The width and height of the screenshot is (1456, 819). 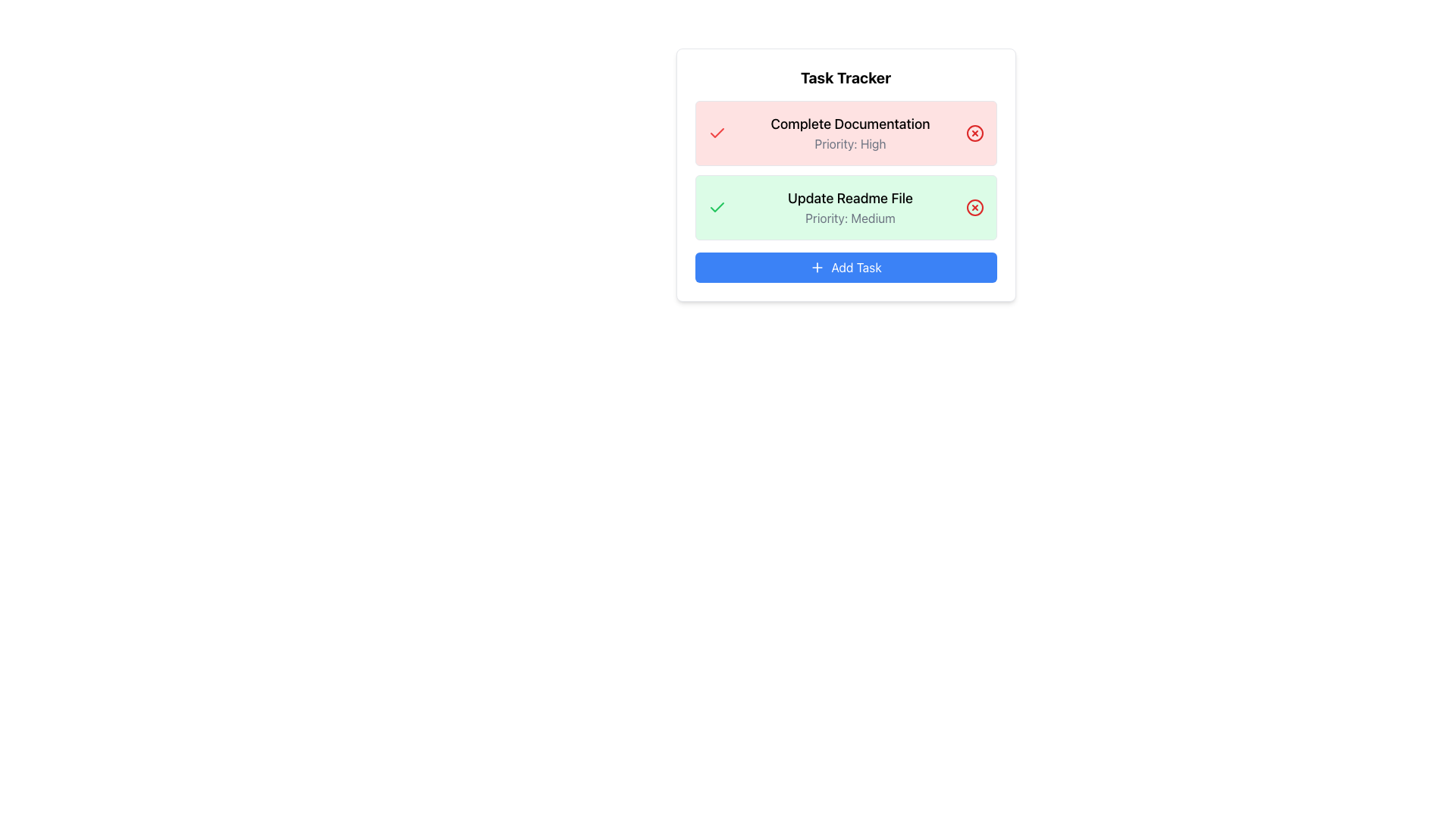 I want to click on the details of the Task box containing the text 'Update Readme File' and 'Priority: Medium', which is the second item in a vertically stacked list, so click(x=845, y=207).